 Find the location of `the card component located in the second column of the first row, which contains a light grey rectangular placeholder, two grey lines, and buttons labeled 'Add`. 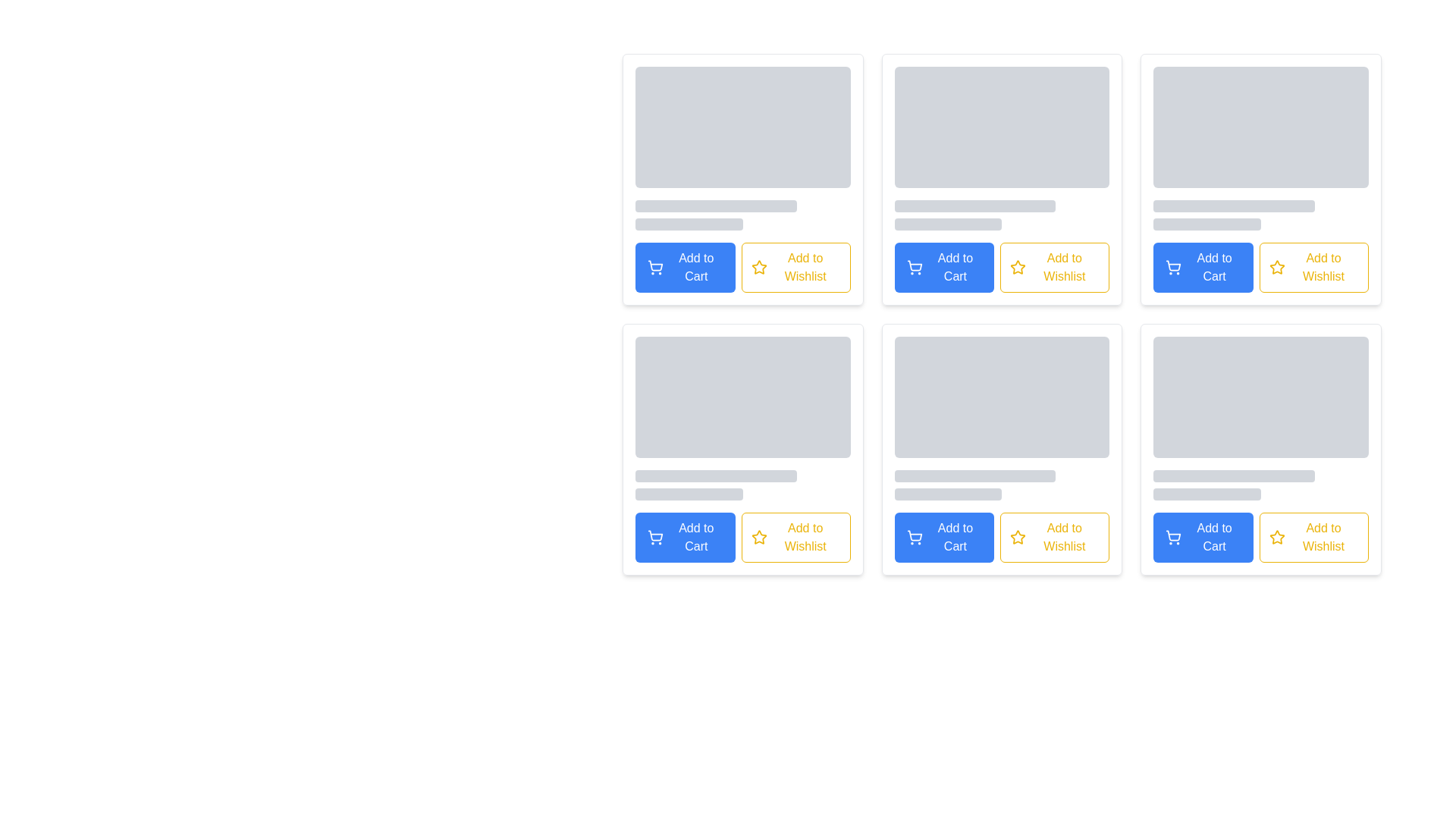

the card component located in the second column of the first row, which contains a light grey rectangular placeholder, two grey lines, and buttons labeled 'Add is located at coordinates (1002, 178).